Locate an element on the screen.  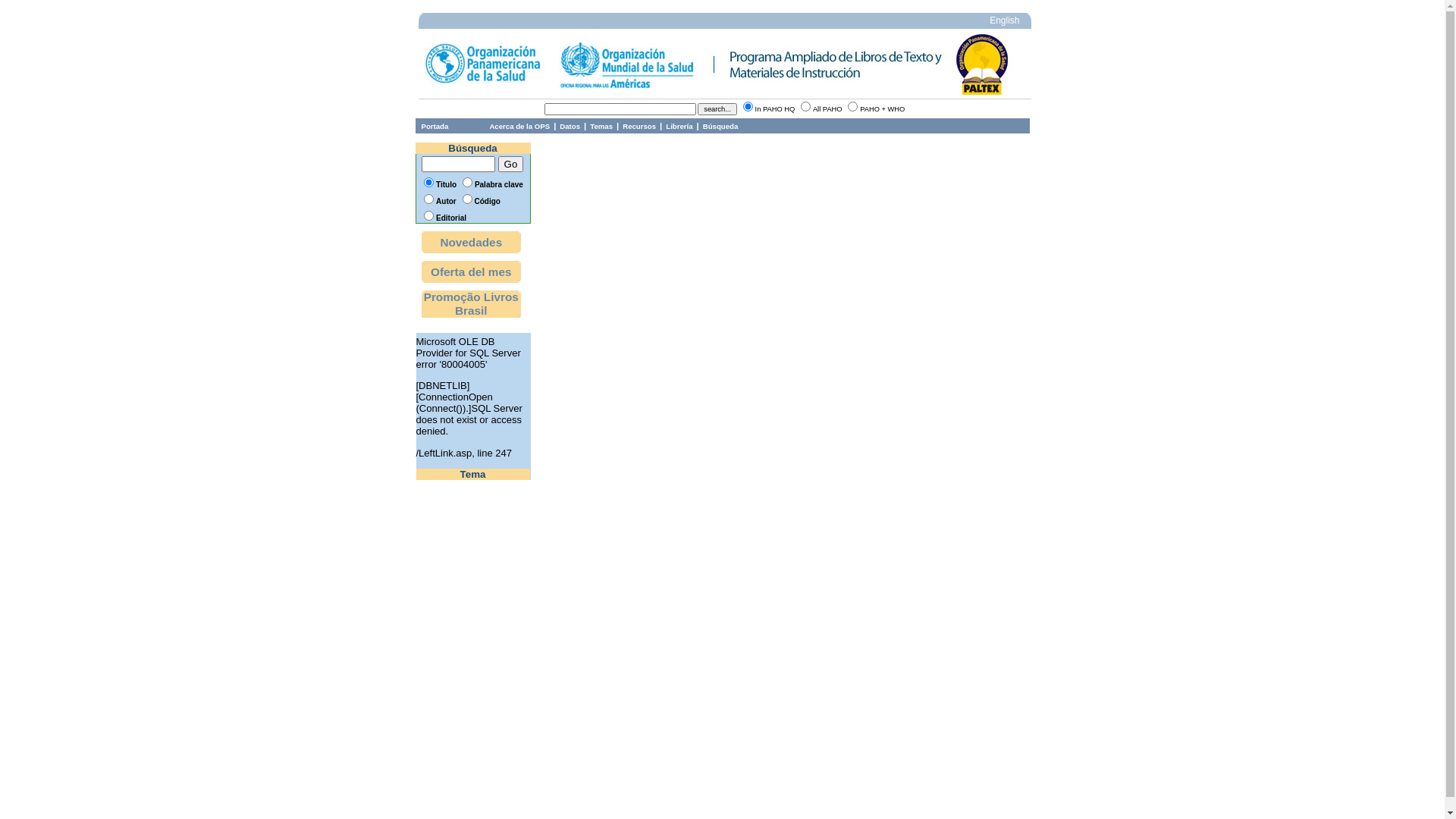
'Temas' is located at coordinates (600, 125).